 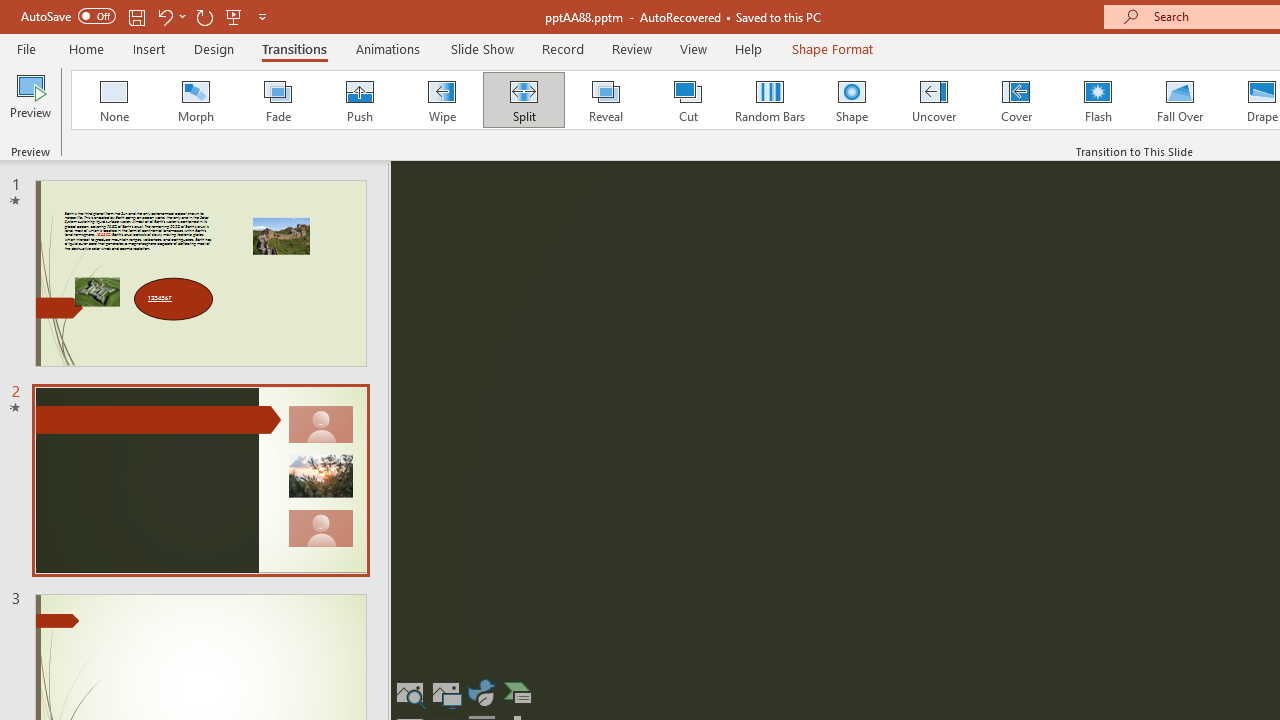 I want to click on 'None', so click(x=112, y=100).